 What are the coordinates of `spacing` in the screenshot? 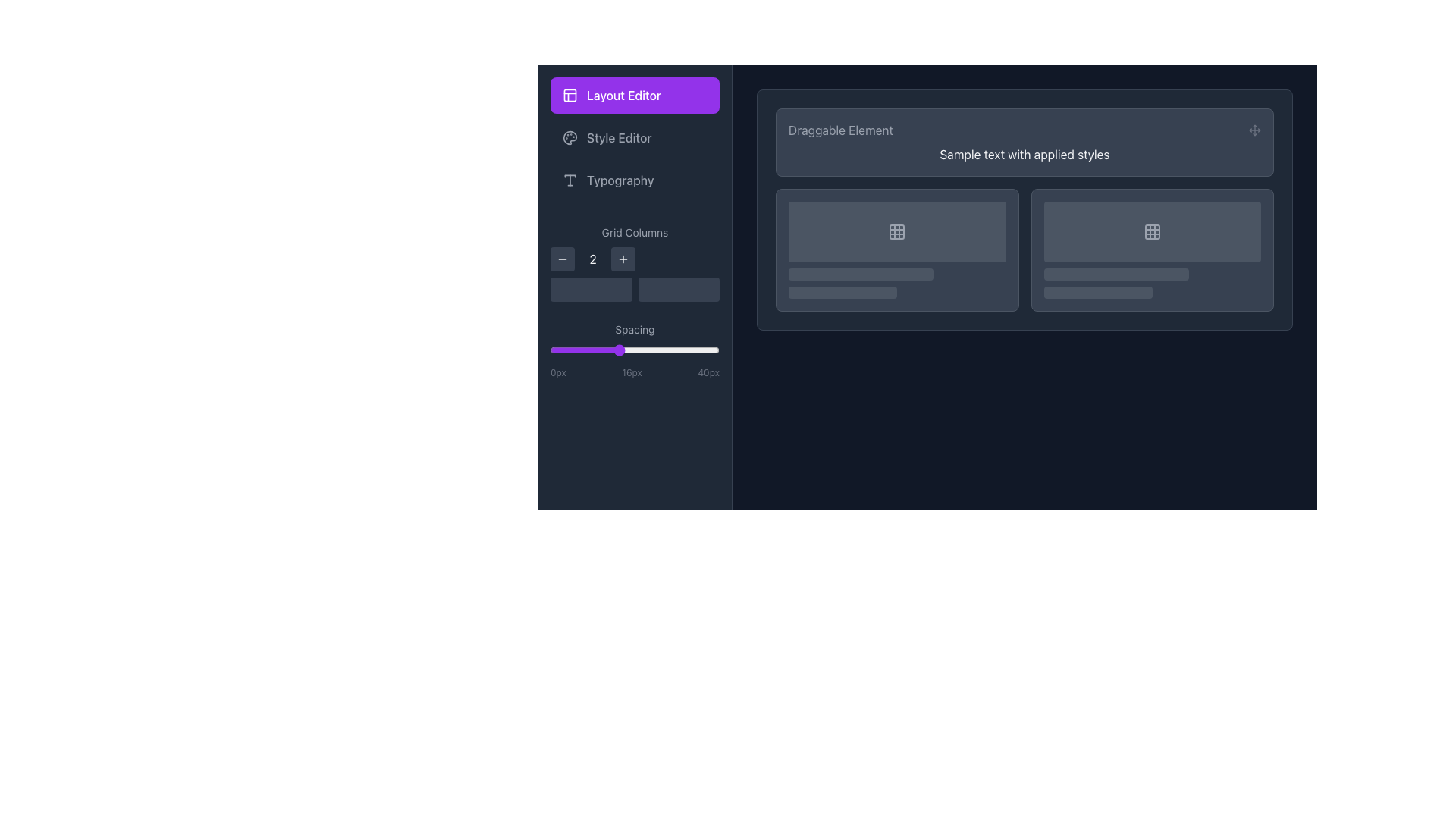 It's located at (706, 350).